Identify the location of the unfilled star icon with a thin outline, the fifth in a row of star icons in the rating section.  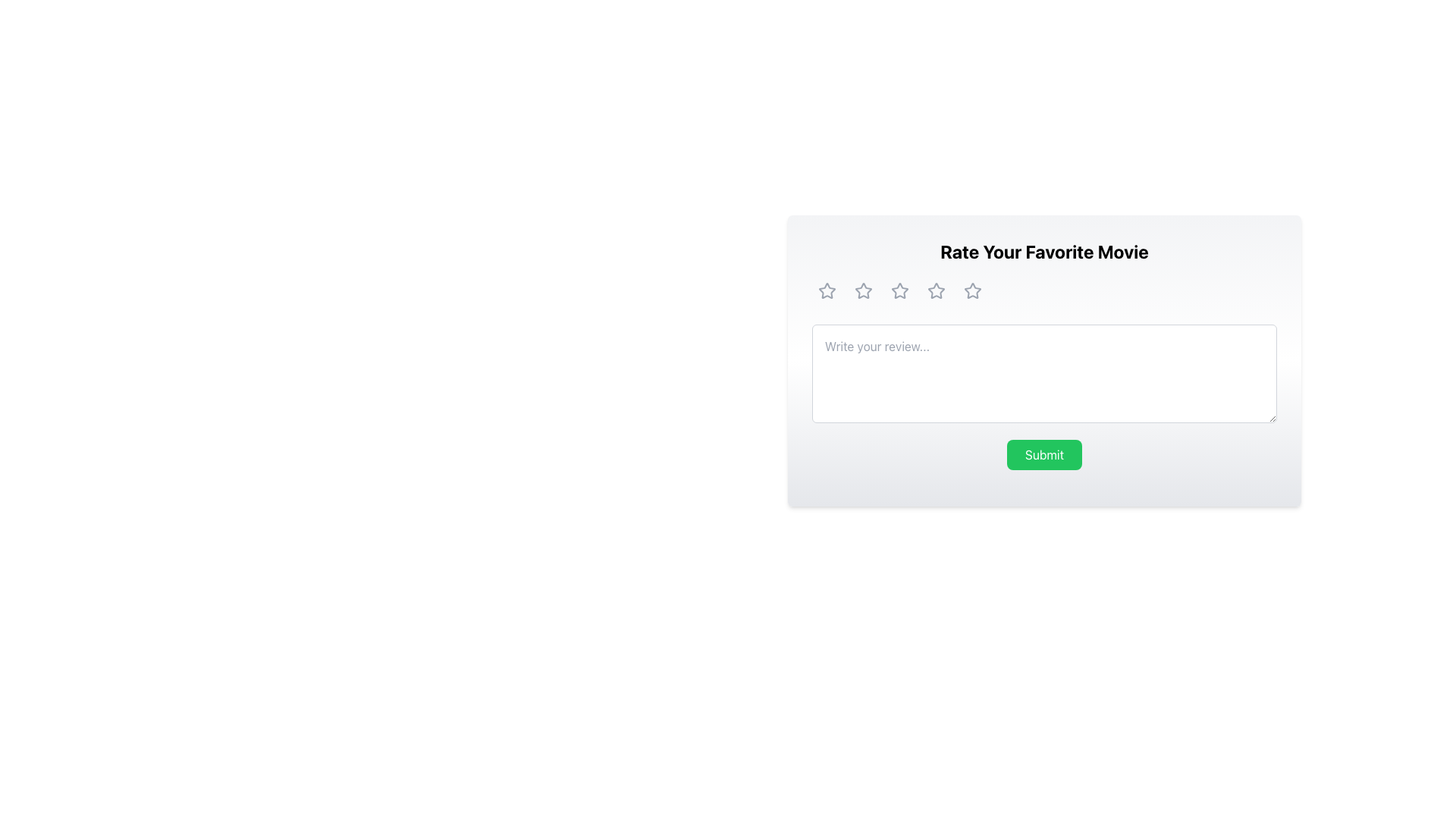
(972, 290).